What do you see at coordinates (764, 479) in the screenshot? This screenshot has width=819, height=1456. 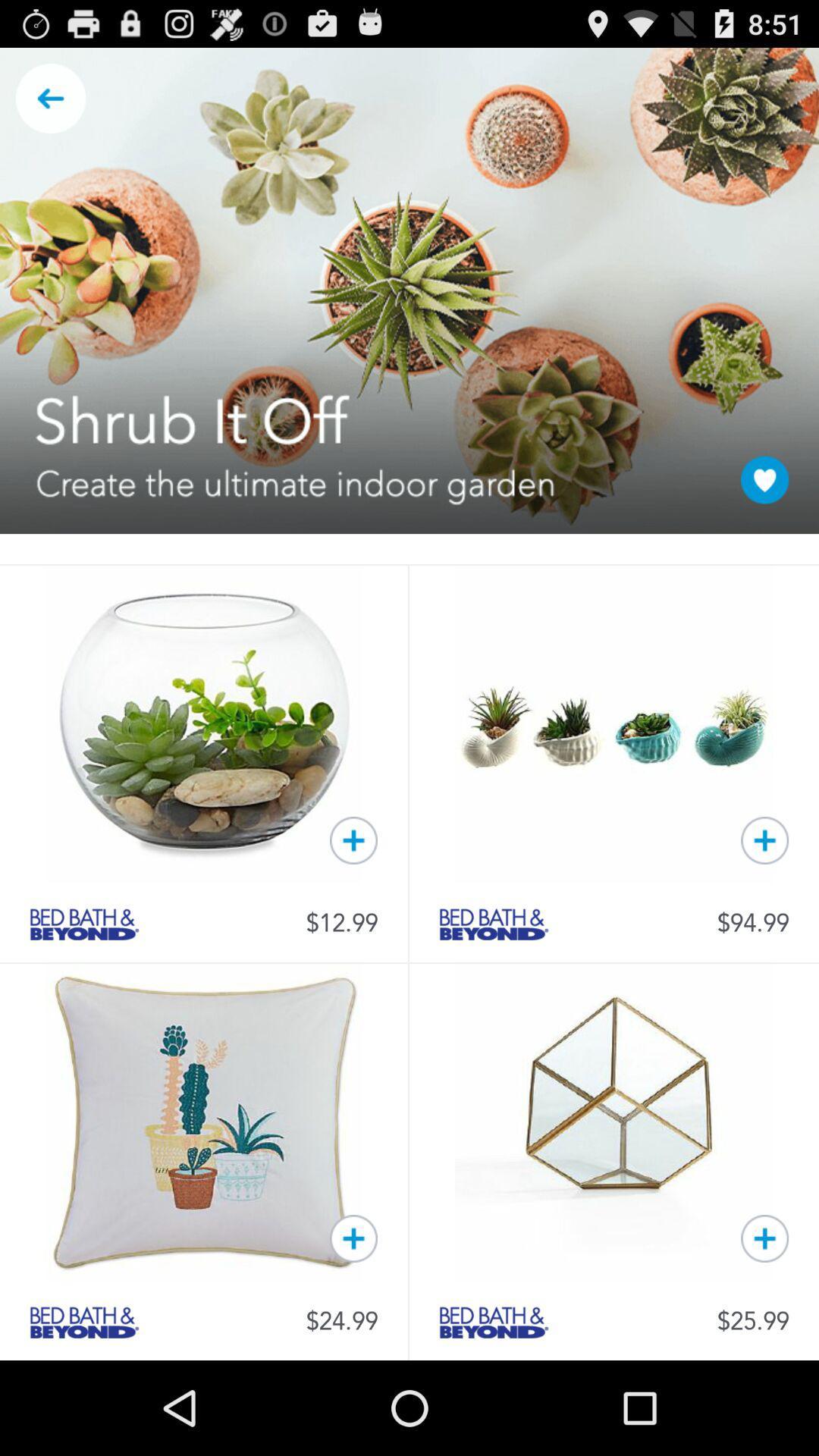 I see `this page` at bounding box center [764, 479].